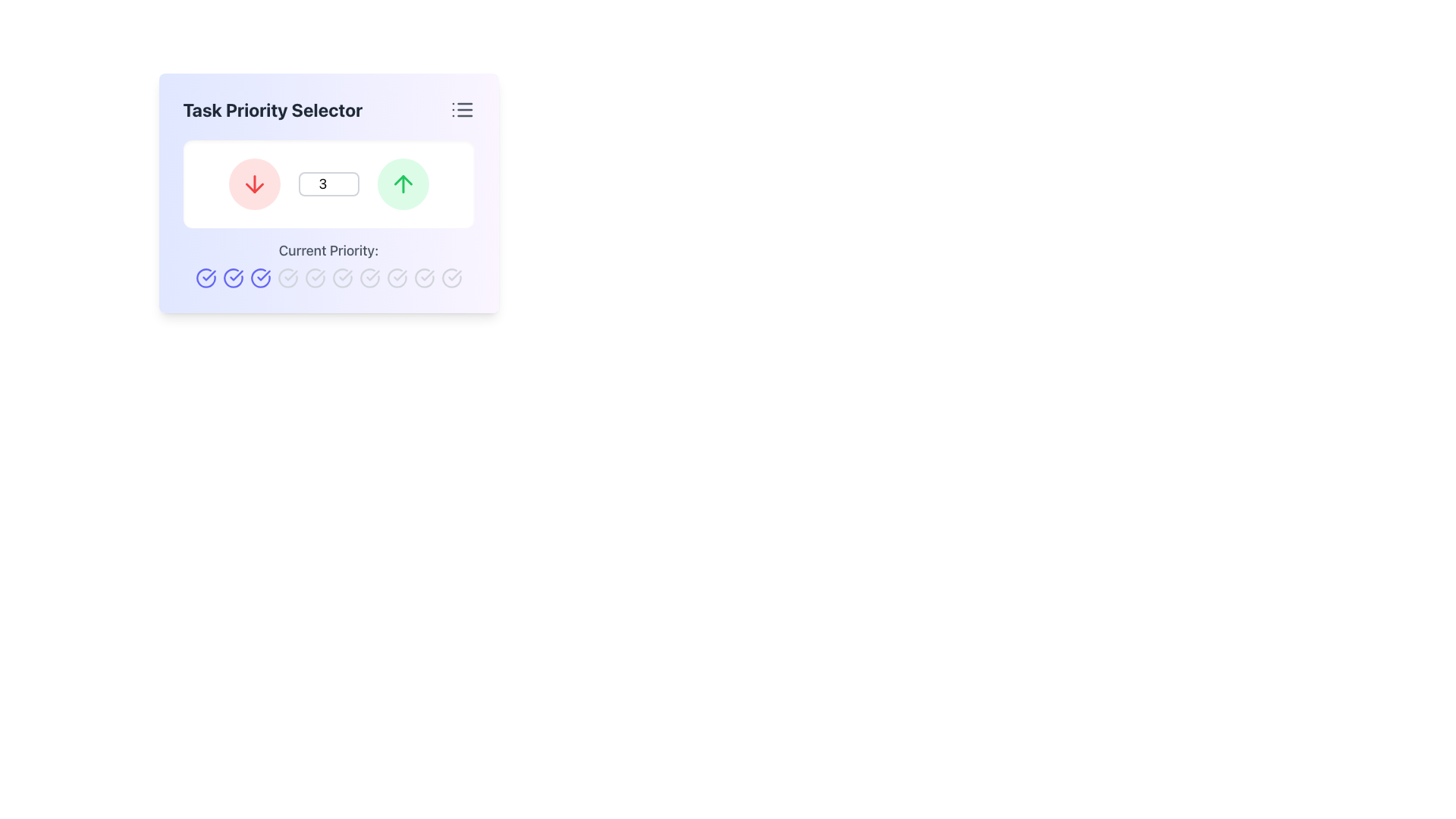 The image size is (1456, 819). What do you see at coordinates (344, 275) in the screenshot?
I see `the check mark icon that indicates a completed action or positive status` at bounding box center [344, 275].